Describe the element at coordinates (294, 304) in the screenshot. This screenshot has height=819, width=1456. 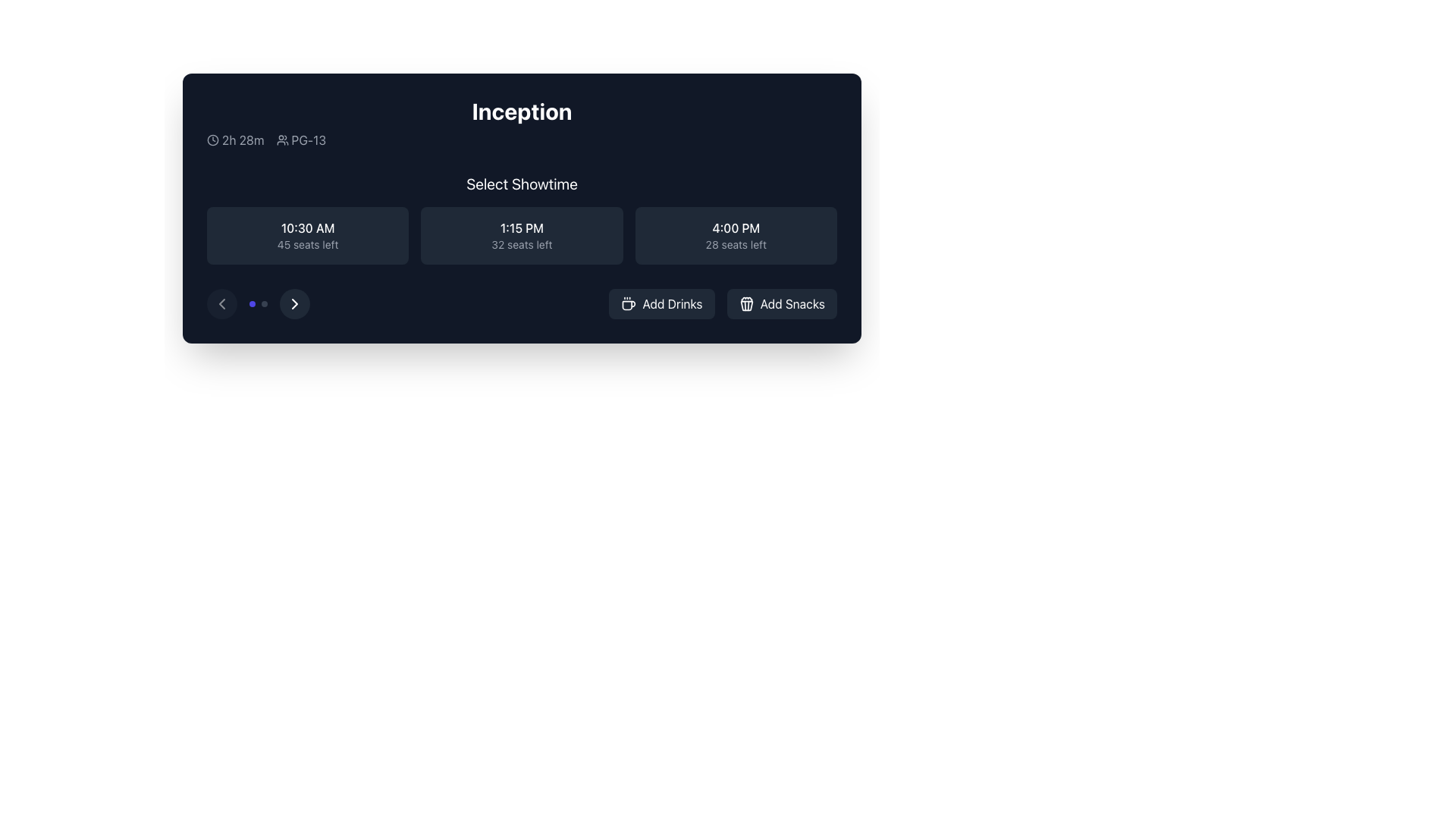
I see `the circular button with a dark gray background and a white right-facing chevron icon at its center` at that location.